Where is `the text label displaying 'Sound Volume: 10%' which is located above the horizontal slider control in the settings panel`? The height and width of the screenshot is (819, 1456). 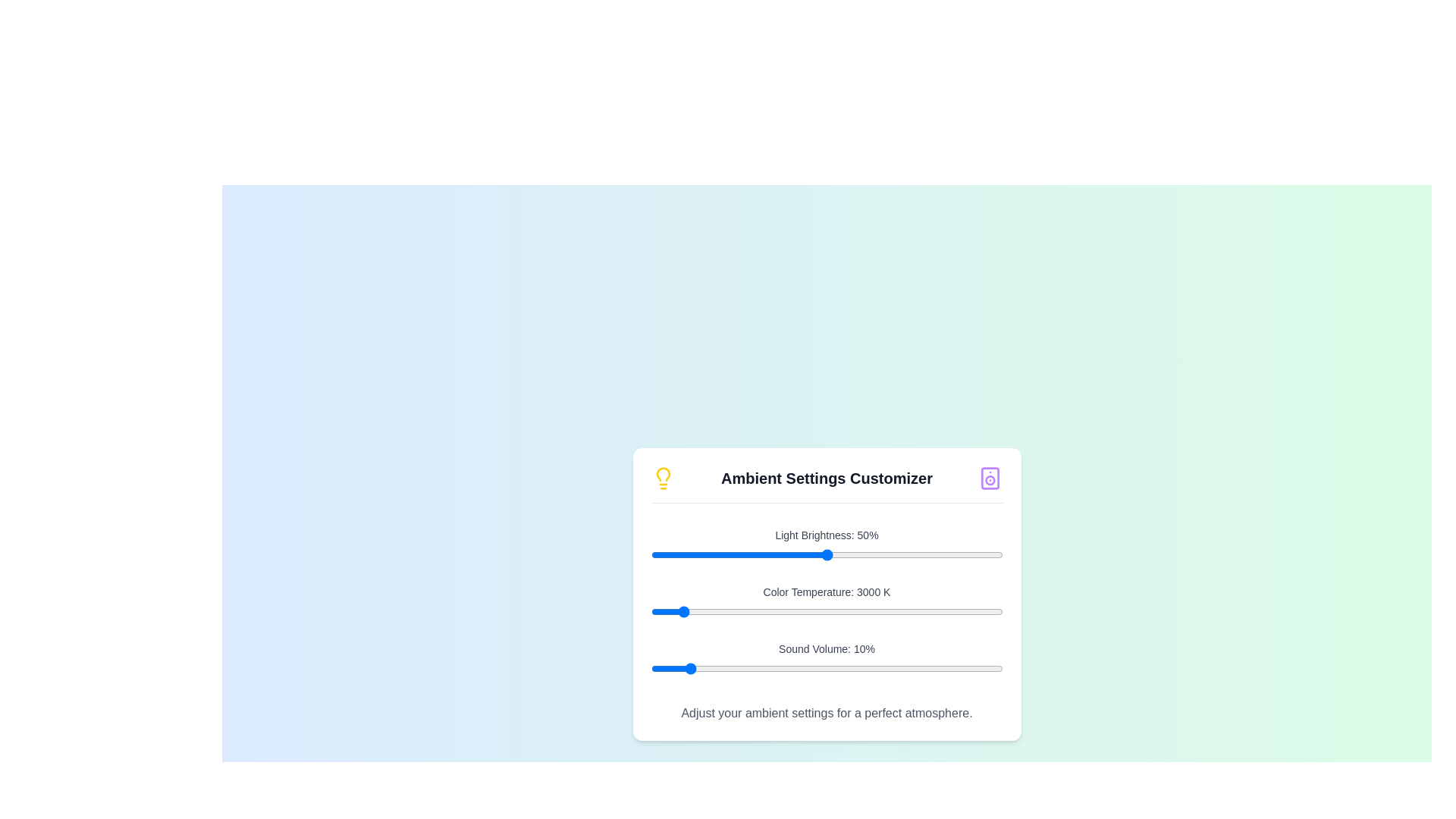 the text label displaying 'Sound Volume: 10%' which is located above the horizontal slider control in the settings panel is located at coordinates (826, 648).